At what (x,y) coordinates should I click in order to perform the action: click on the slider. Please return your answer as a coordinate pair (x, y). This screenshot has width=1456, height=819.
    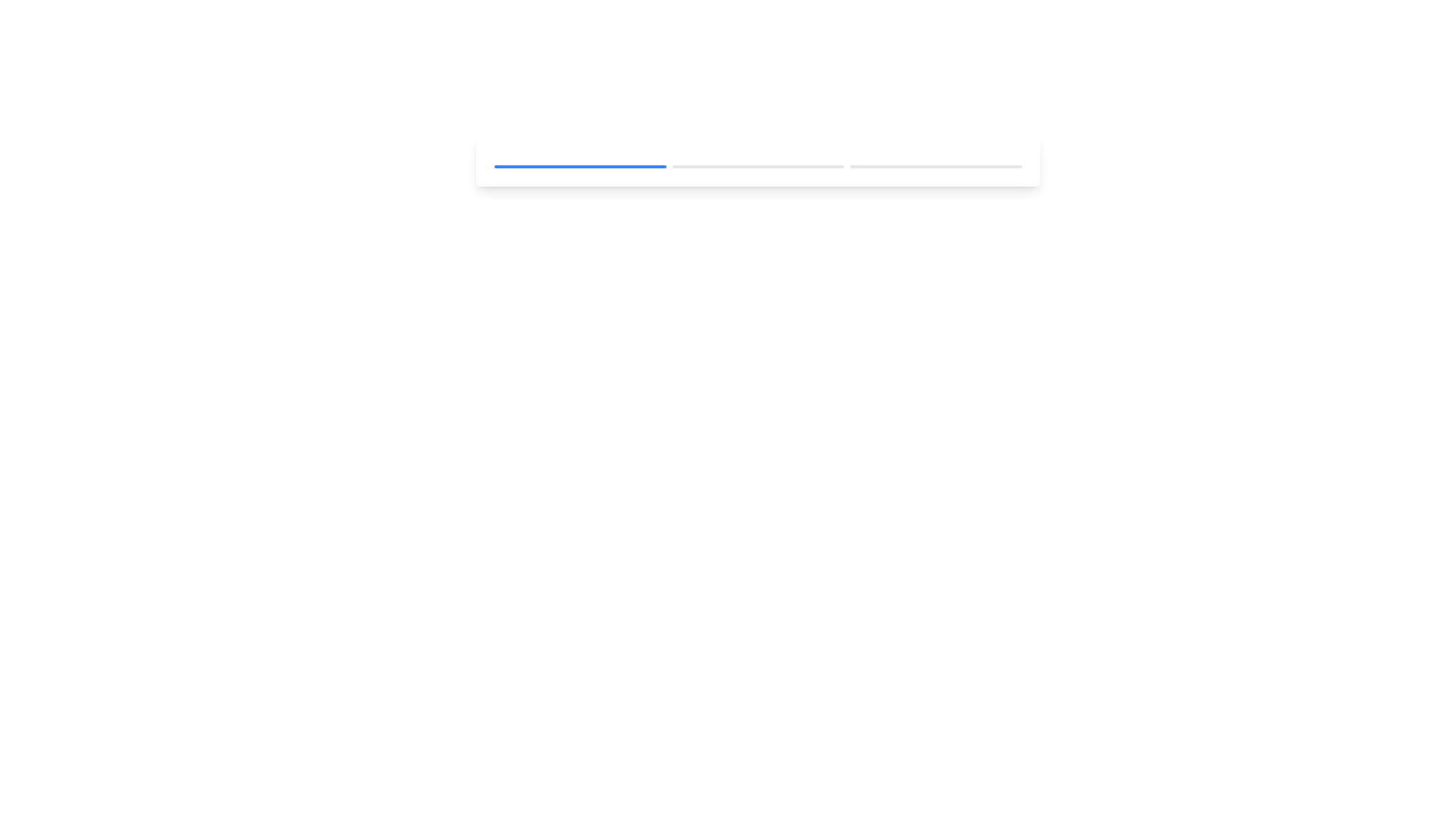
    Looking at the image, I should click on (821, 166).